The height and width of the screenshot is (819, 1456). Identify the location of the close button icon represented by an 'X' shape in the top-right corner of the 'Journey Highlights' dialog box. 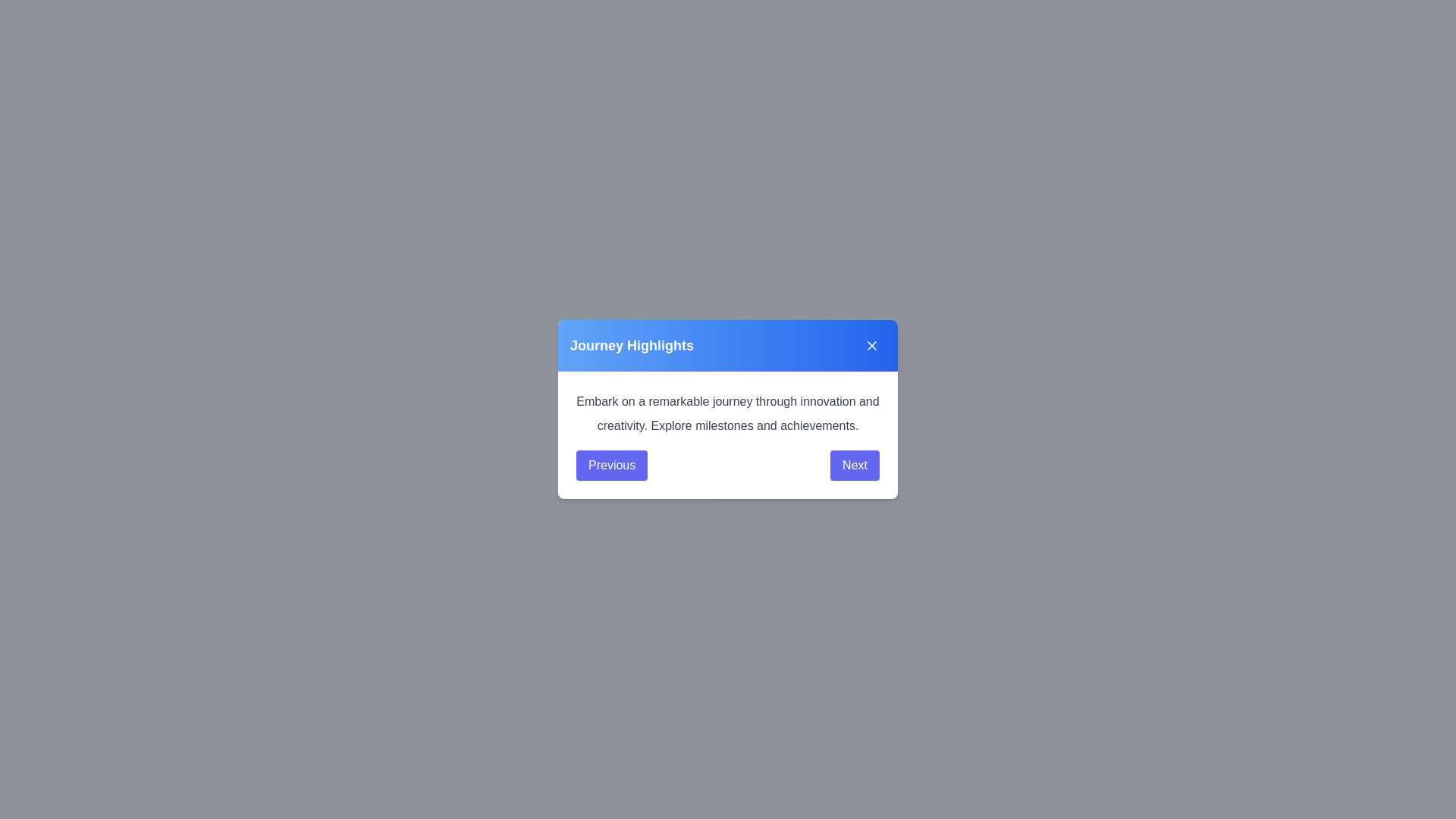
(872, 345).